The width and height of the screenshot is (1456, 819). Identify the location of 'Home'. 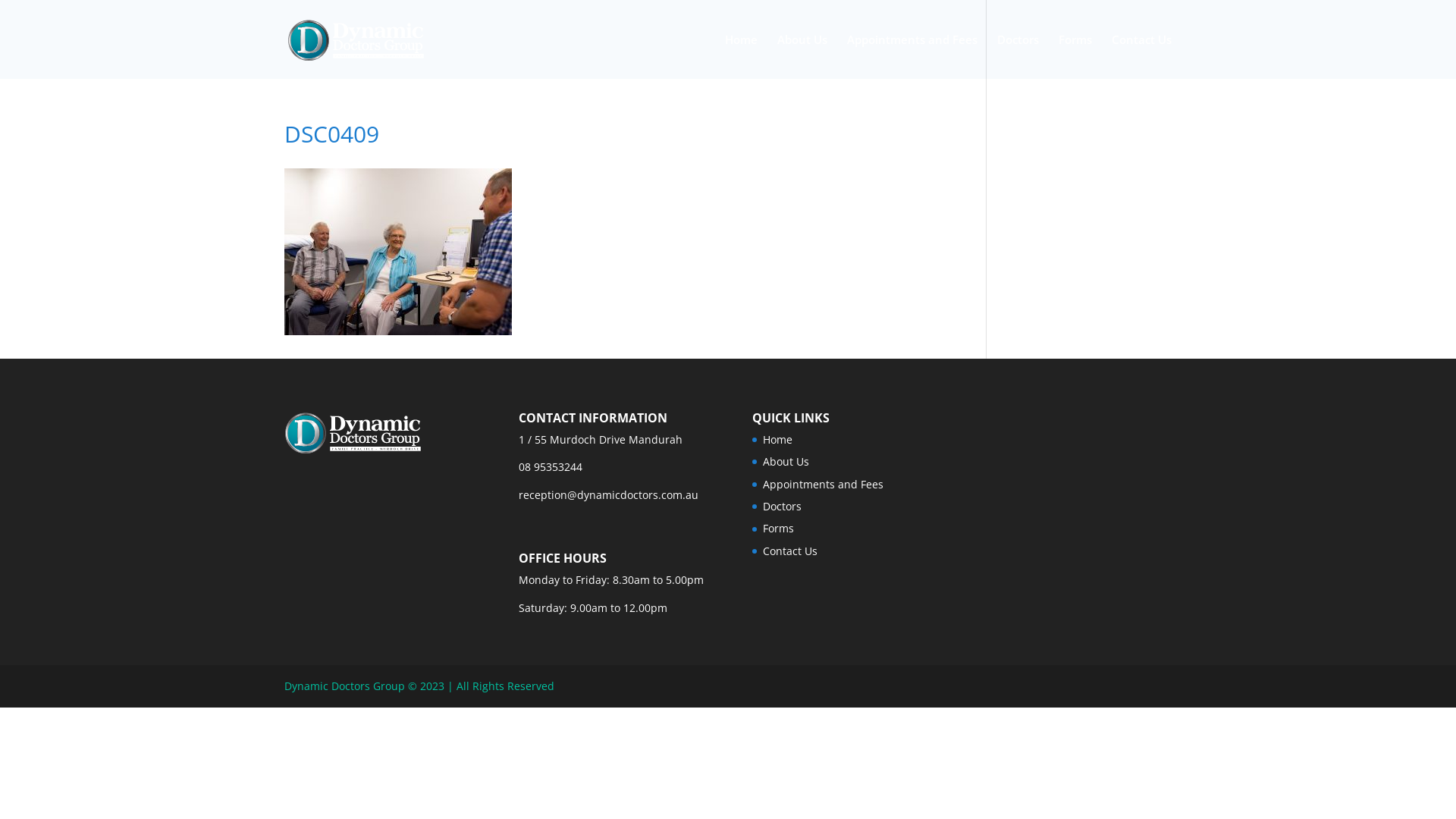
(741, 55).